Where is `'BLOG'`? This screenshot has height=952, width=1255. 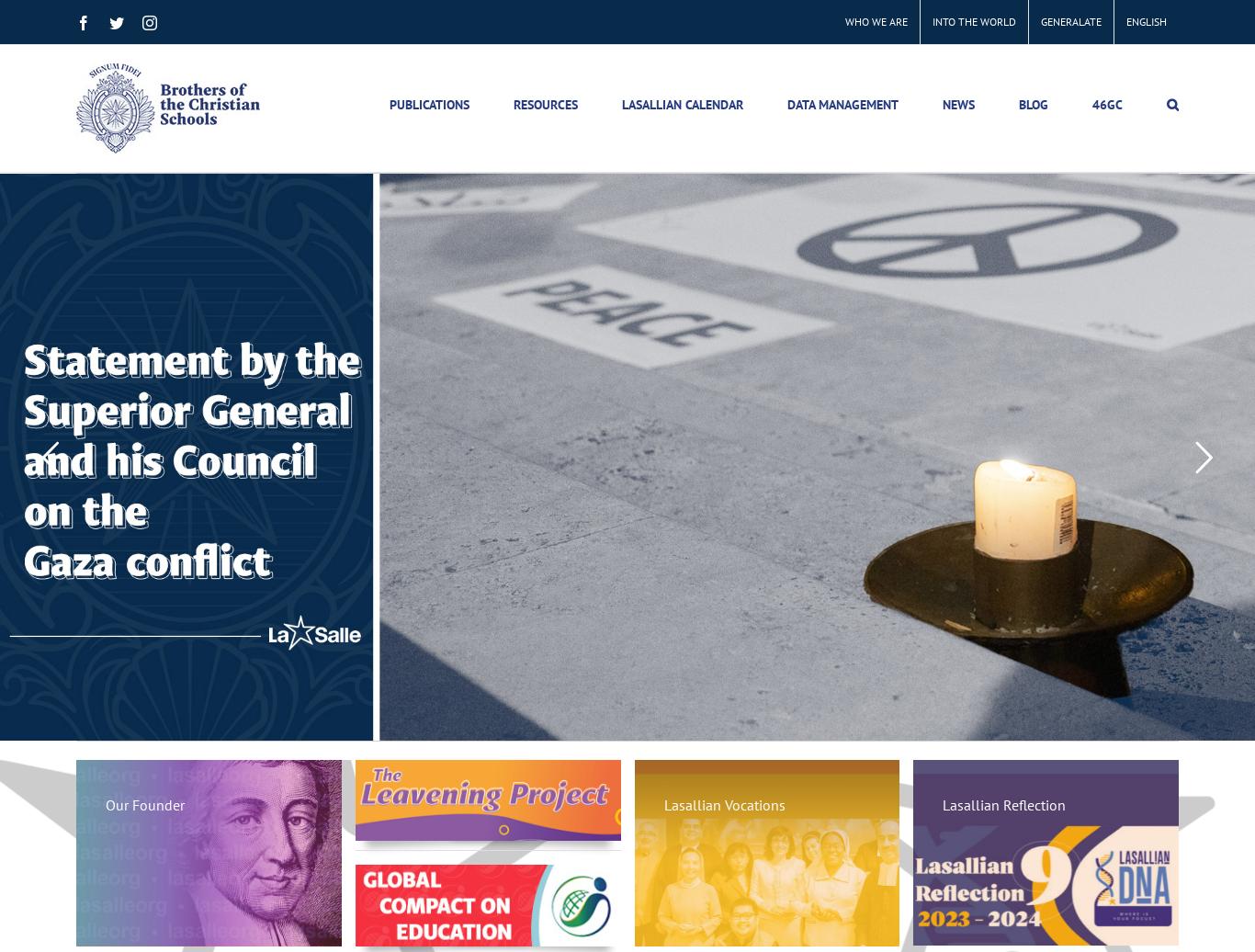 'BLOG' is located at coordinates (1033, 104).